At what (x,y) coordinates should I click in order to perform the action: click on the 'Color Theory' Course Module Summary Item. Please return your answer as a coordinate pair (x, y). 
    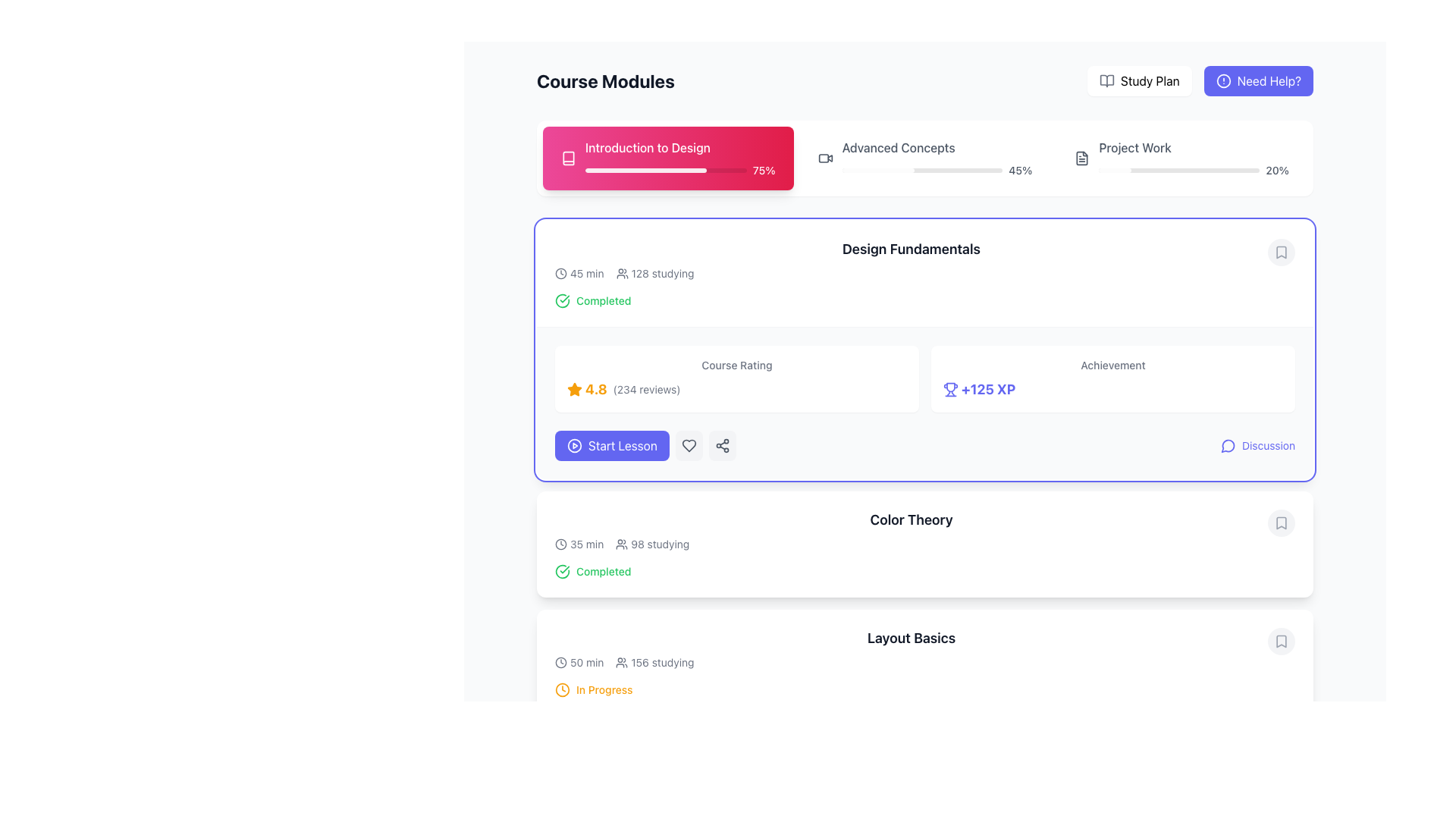
    Looking at the image, I should click on (924, 529).